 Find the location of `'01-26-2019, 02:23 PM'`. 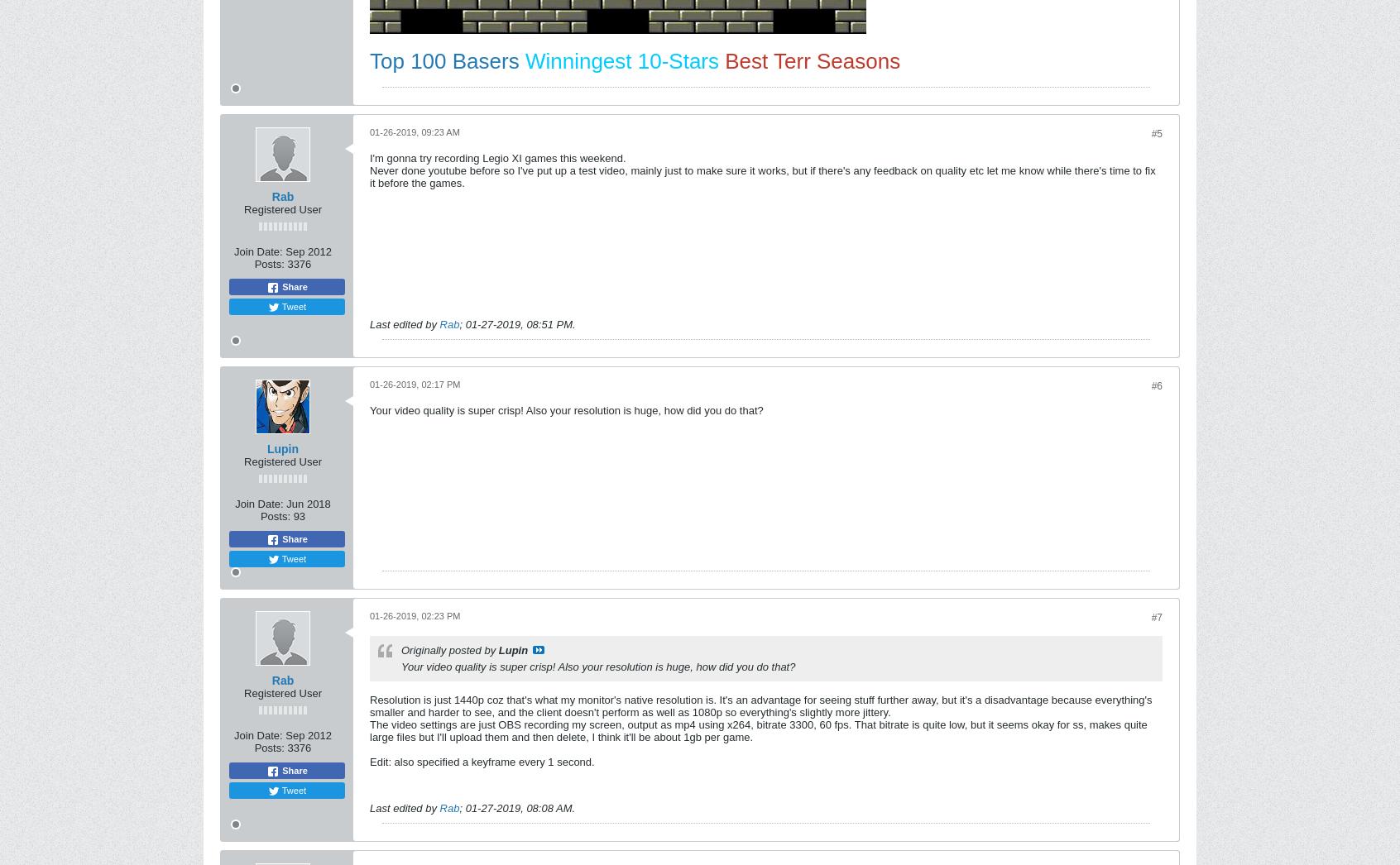

'01-26-2019, 02:23 PM' is located at coordinates (415, 614).